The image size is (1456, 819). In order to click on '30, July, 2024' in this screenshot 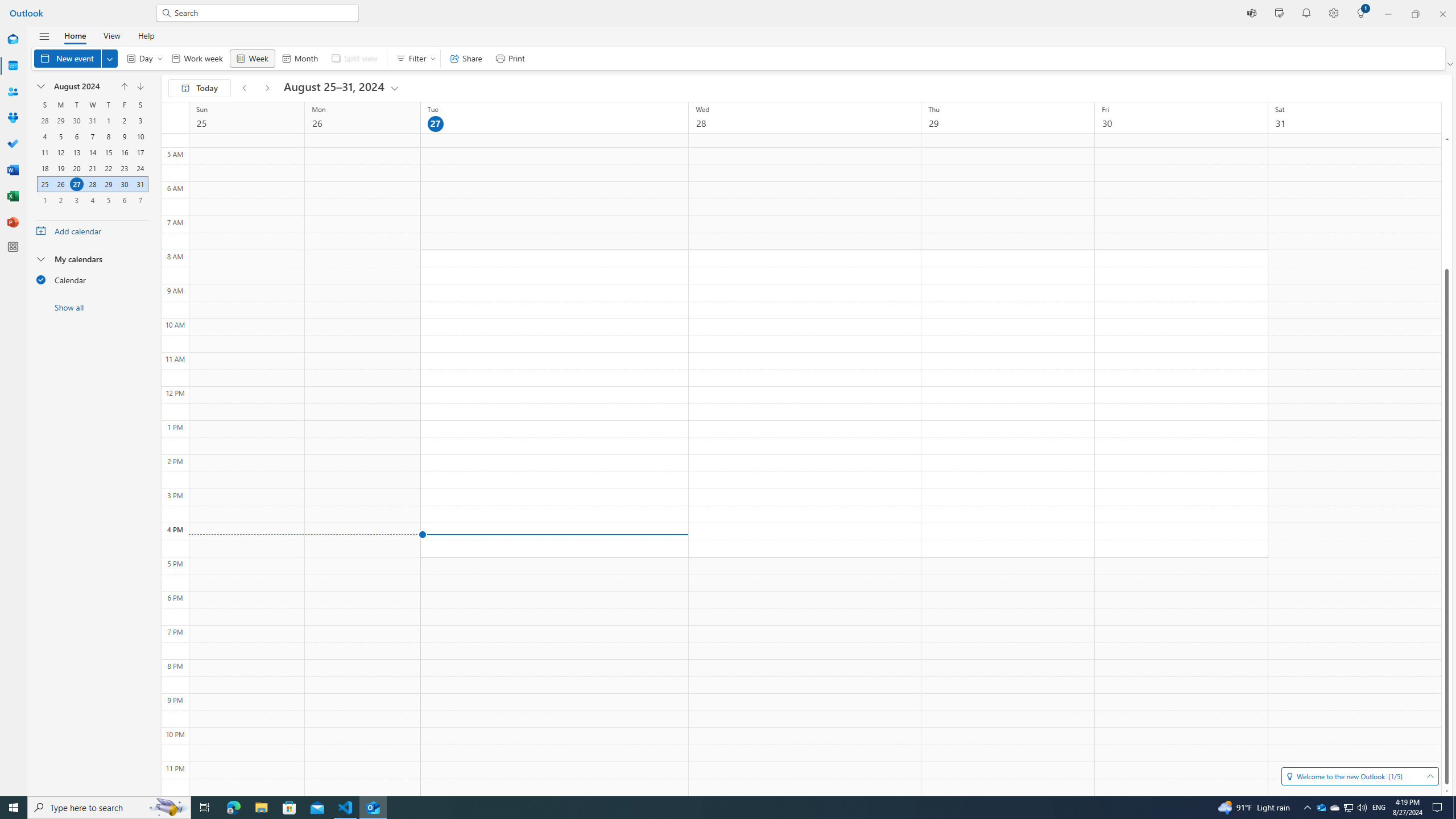, I will do `click(76, 120)`.